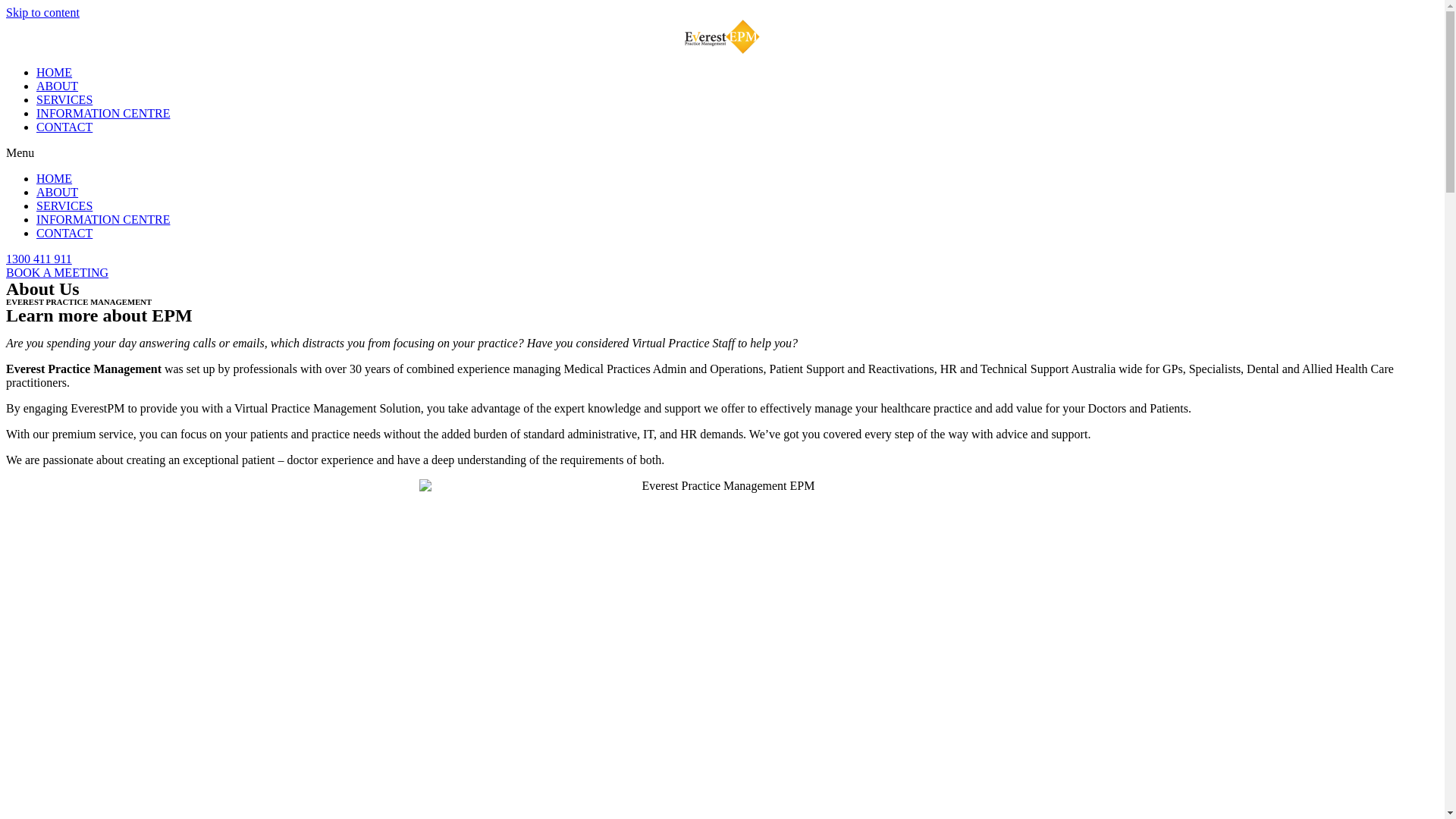  Describe the element at coordinates (6, 258) in the screenshot. I see `'1300 411 911'` at that location.